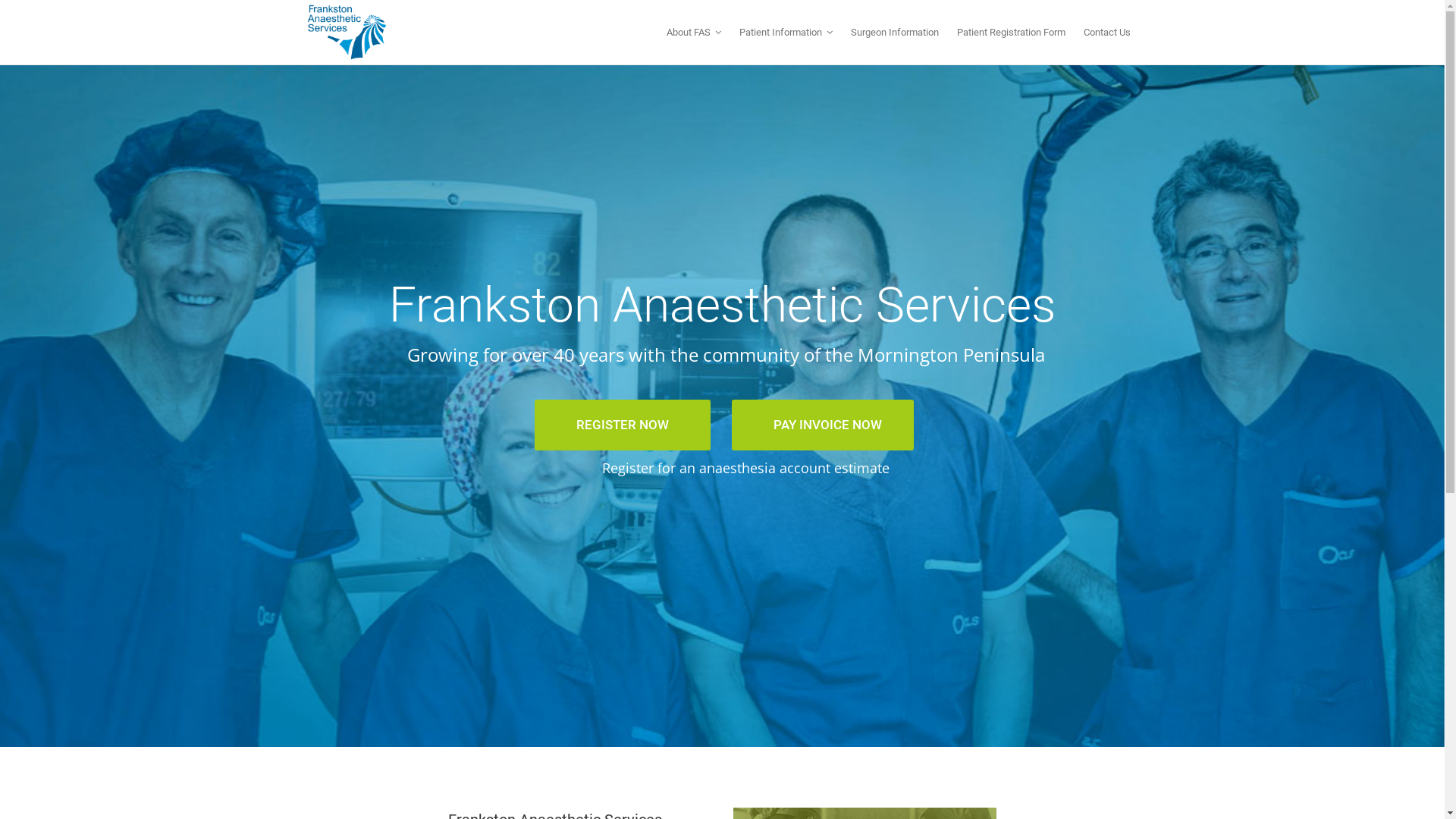 This screenshot has width=1456, height=819. Describe the element at coordinates (895, 32) in the screenshot. I see `'Surgeon Information'` at that location.